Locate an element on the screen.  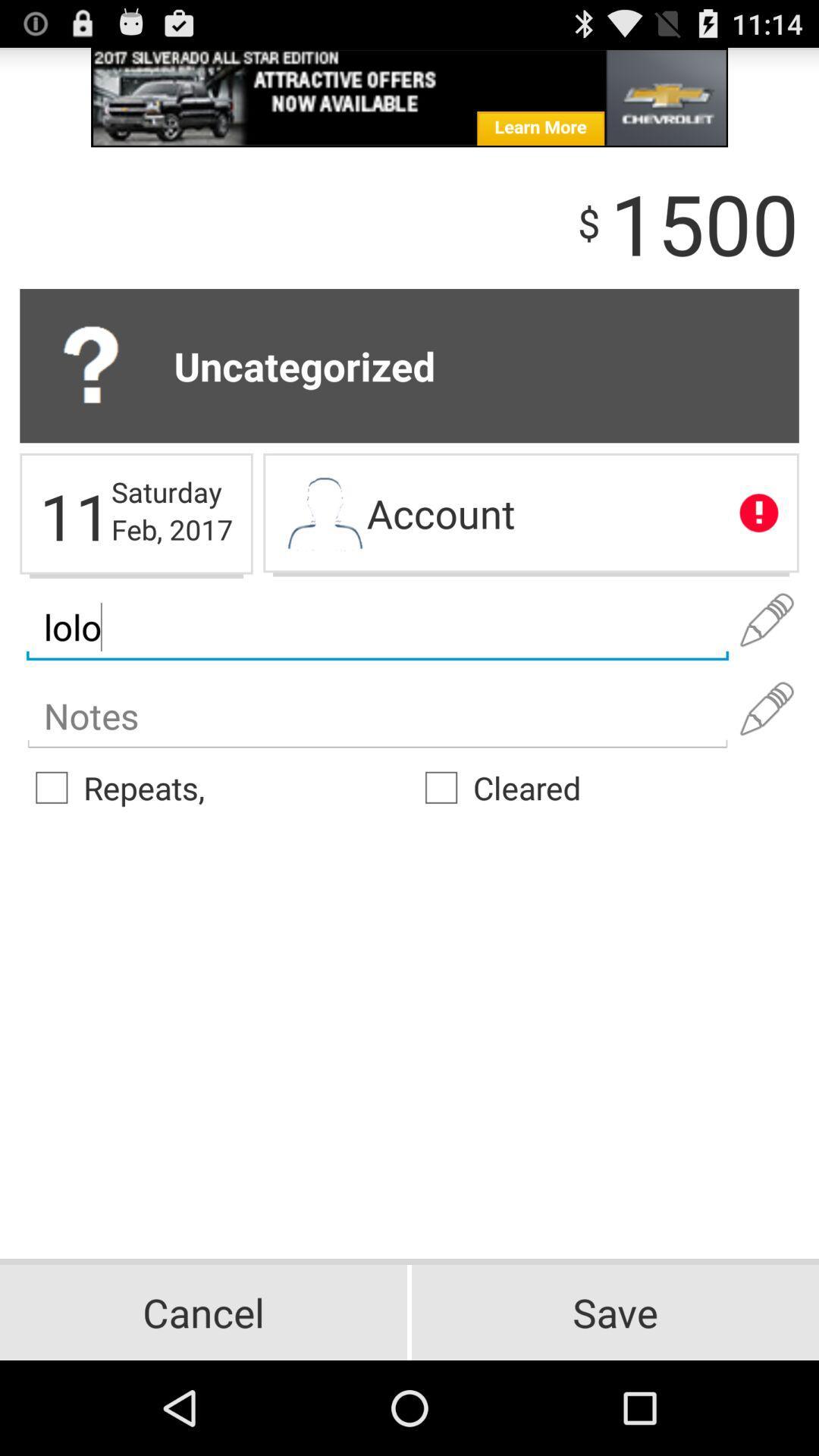
advertisement website is located at coordinates (409, 96).